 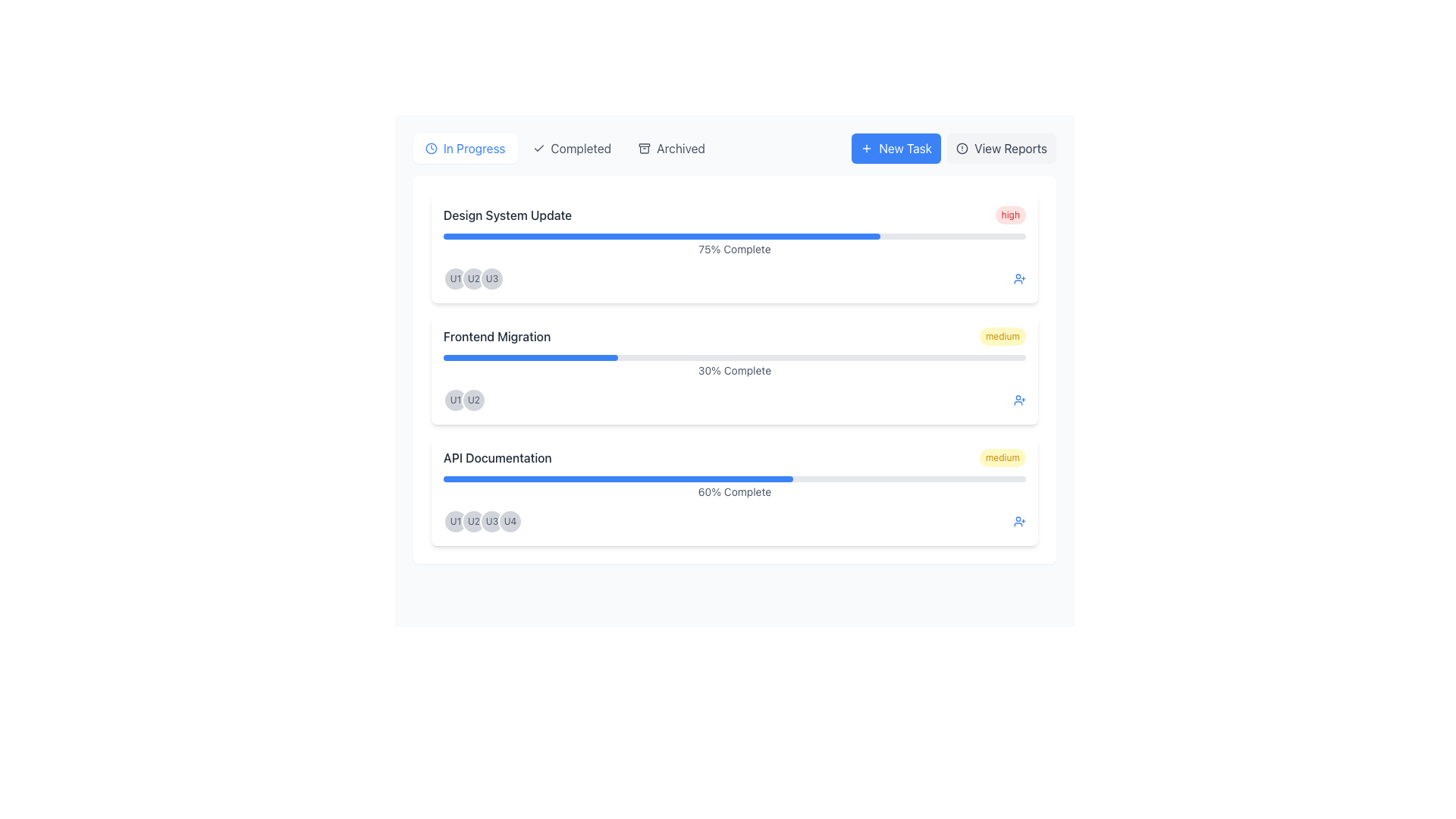 What do you see at coordinates (473, 149) in the screenshot?
I see `the 'In Progress' text label within the button that has a clock icon on its left to filter tasks` at bounding box center [473, 149].